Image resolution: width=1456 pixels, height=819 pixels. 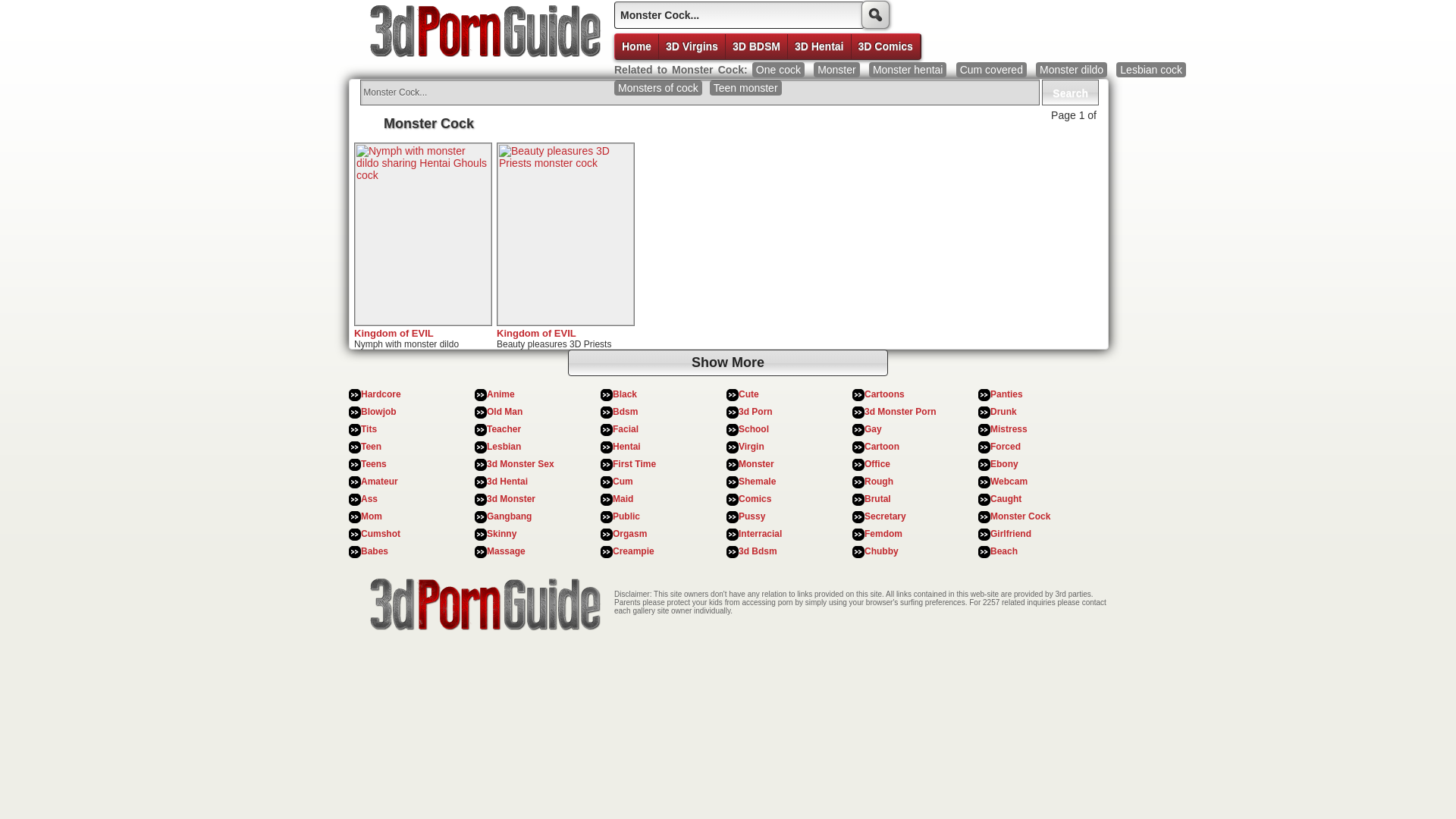 I want to click on 'Blowjob', so click(x=378, y=412).